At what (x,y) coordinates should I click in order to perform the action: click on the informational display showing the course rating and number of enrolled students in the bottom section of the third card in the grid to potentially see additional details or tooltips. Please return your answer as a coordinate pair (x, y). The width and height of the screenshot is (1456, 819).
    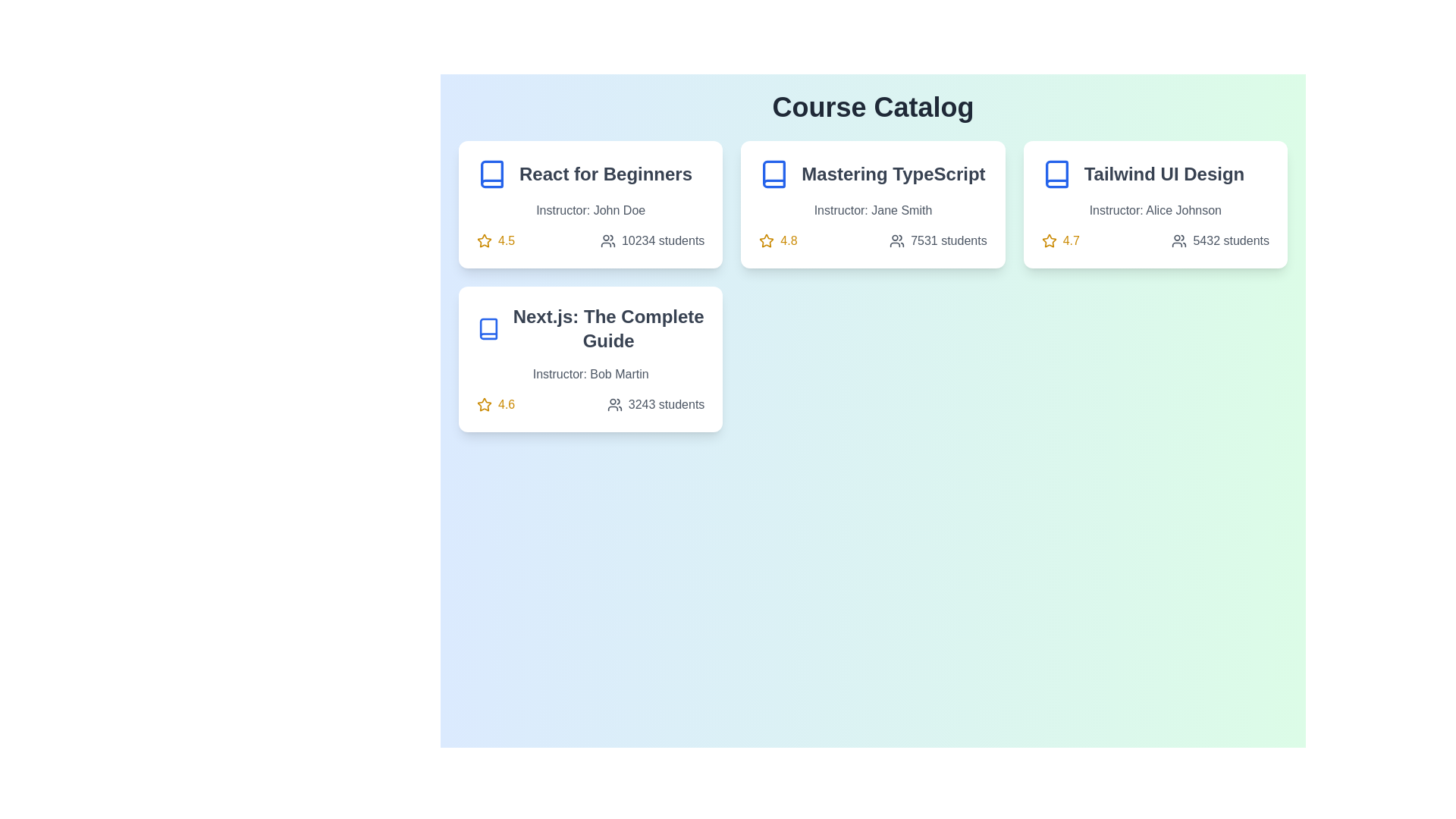
    Looking at the image, I should click on (590, 403).